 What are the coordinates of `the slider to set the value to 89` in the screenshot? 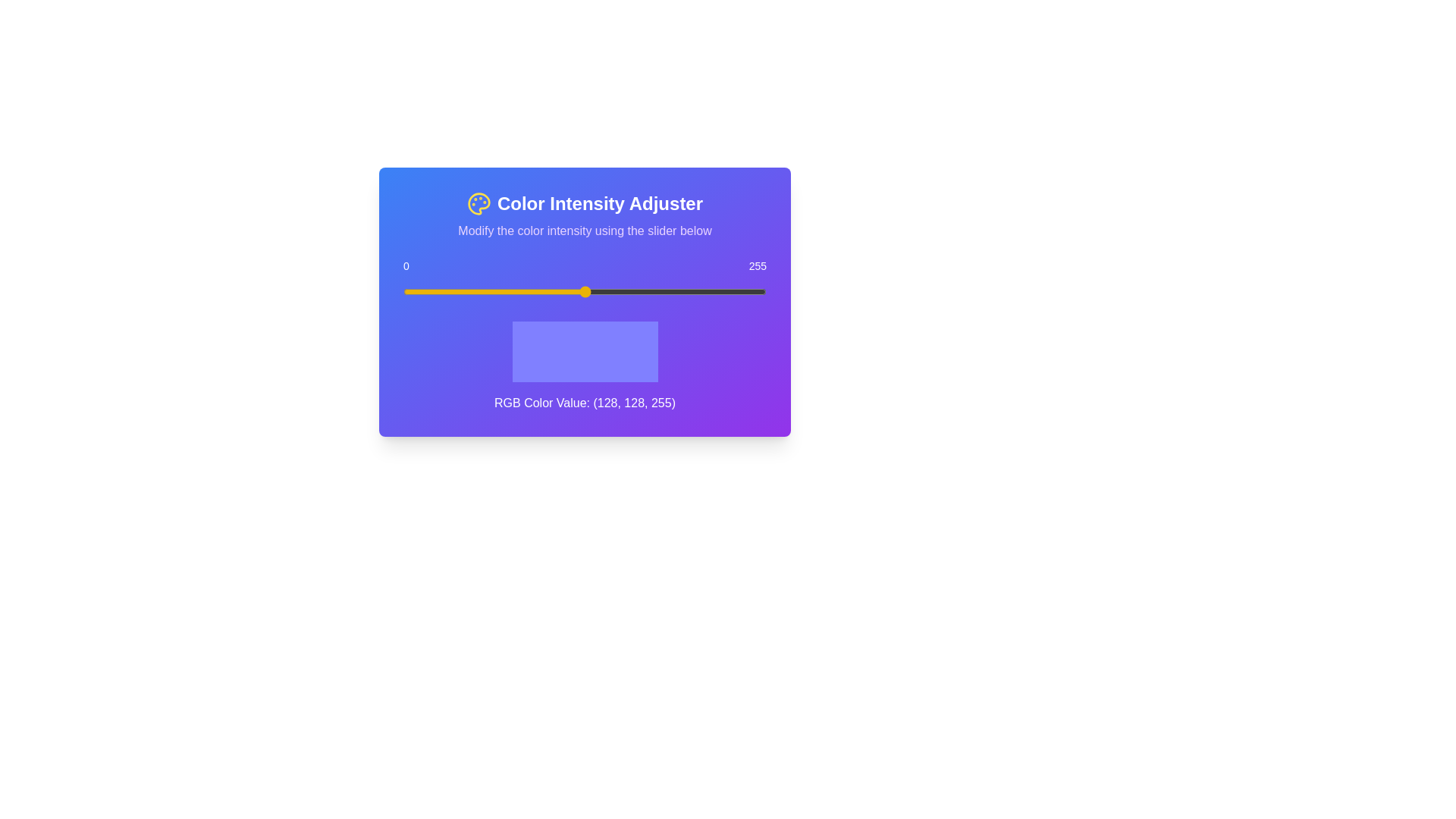 It's located at (530, 292).